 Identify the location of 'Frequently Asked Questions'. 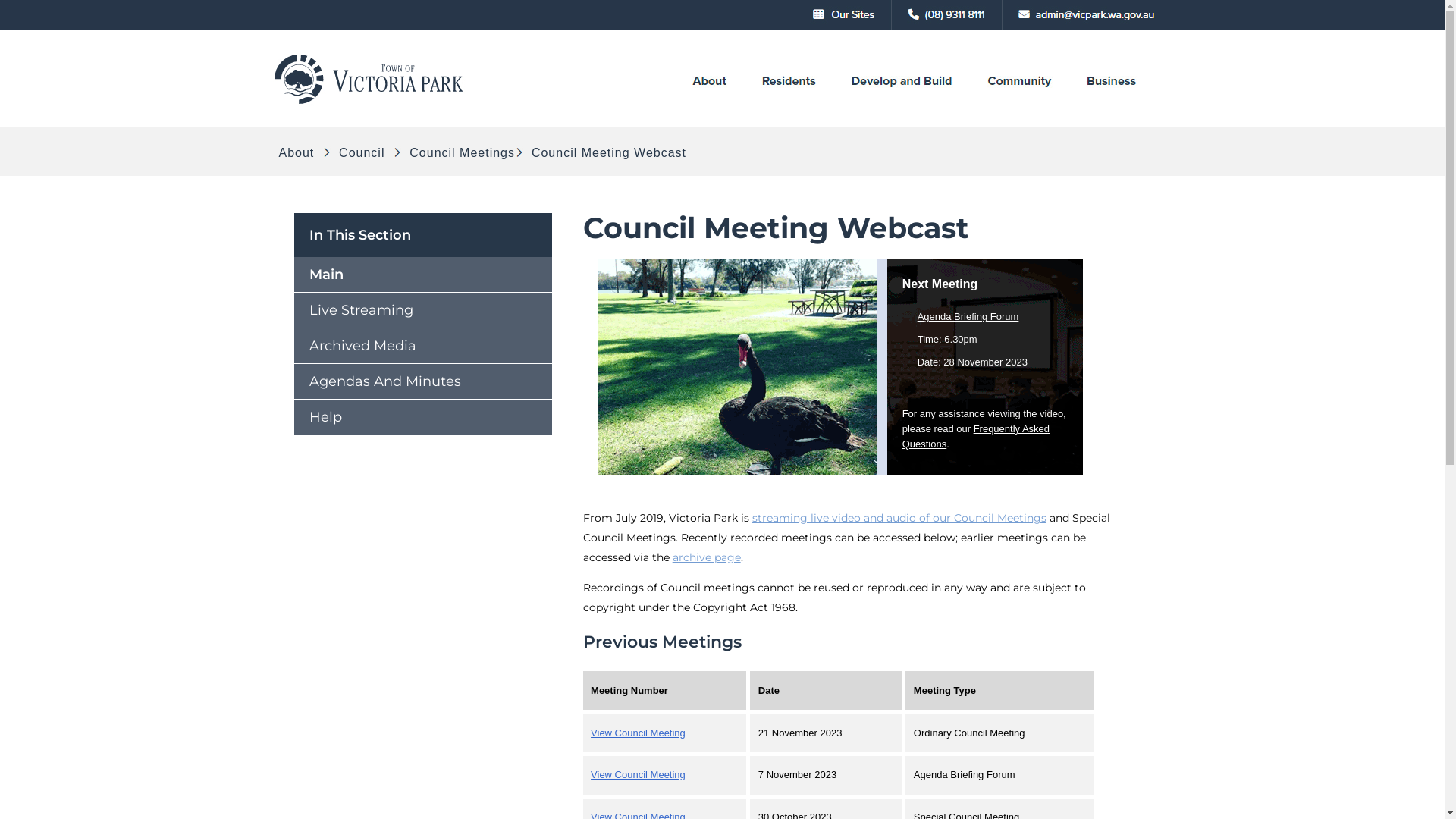
(902, 436).